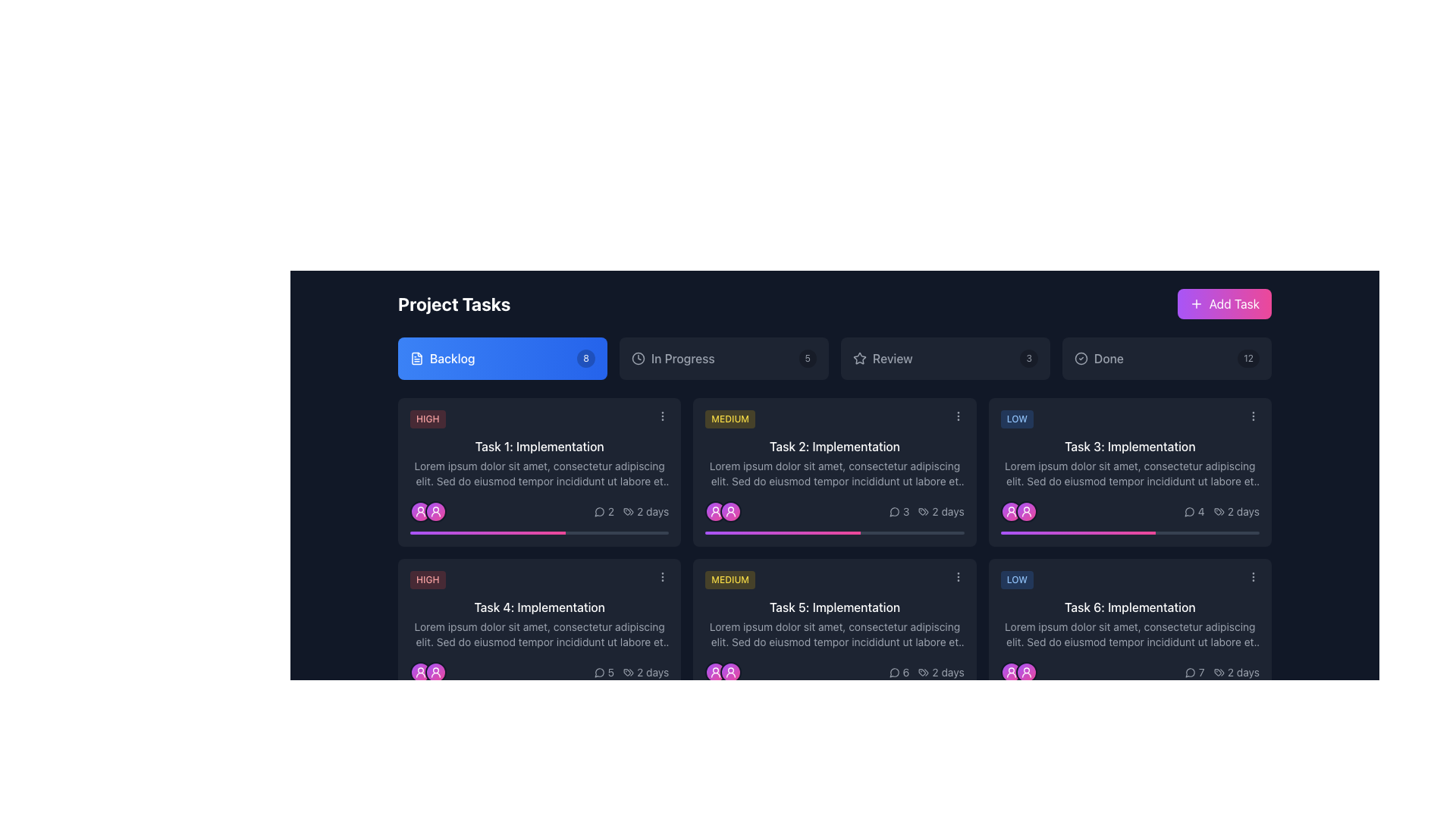 The image size is (1456, 819). Describe the element at coordinates (899, 672) in the screenshot. I see `the icon with a numeric label indicating the number of comments, located below the content and progress bar in the 'Task 5: Implementation' card` at that location.